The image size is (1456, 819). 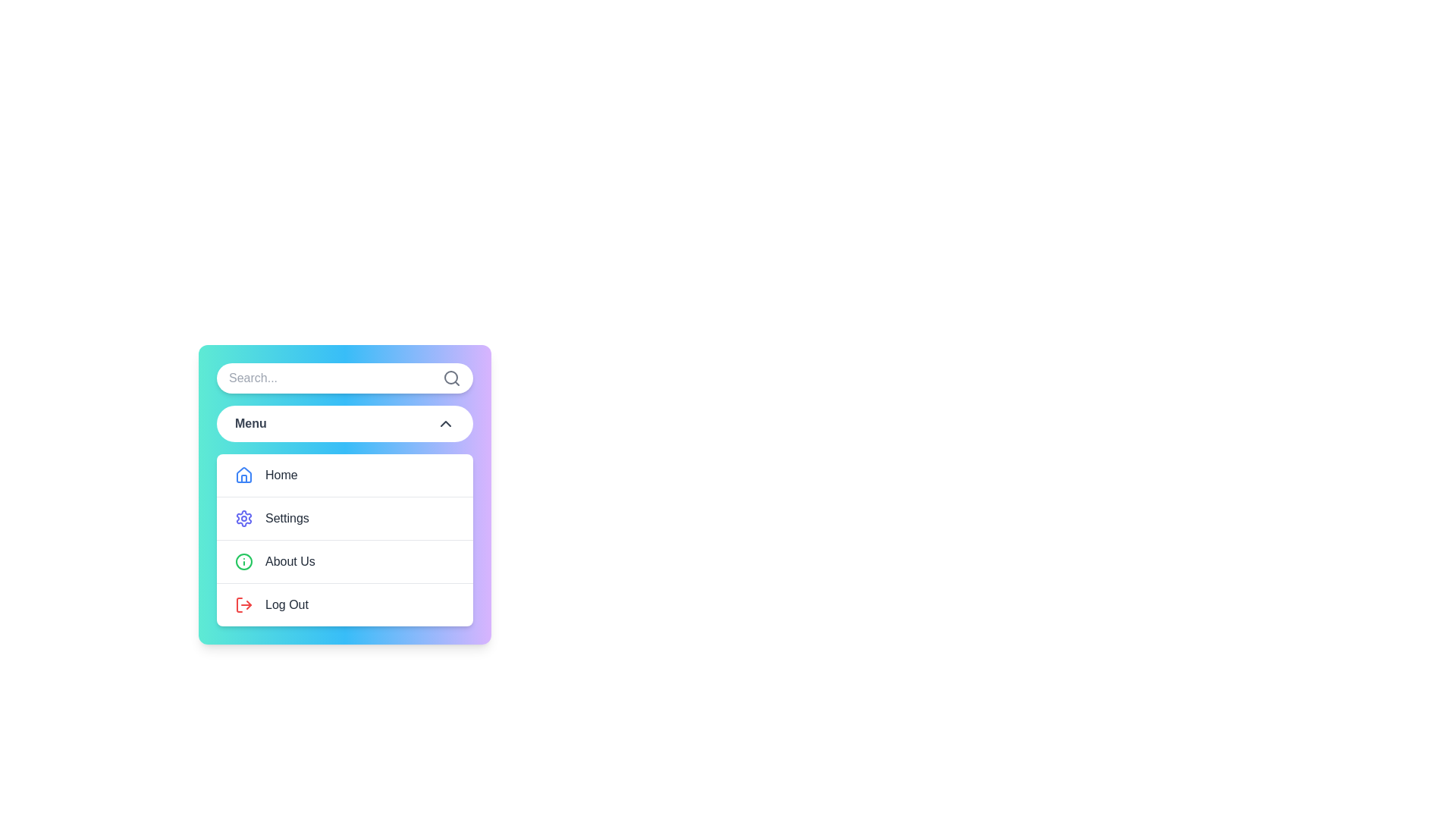 What do you see at coordinates (450, 377) in the screenshot?
I see `the circular magnifying glass icon located at the rightmost end of the search bar to initiate a search action` at bounding box center [450, 377].